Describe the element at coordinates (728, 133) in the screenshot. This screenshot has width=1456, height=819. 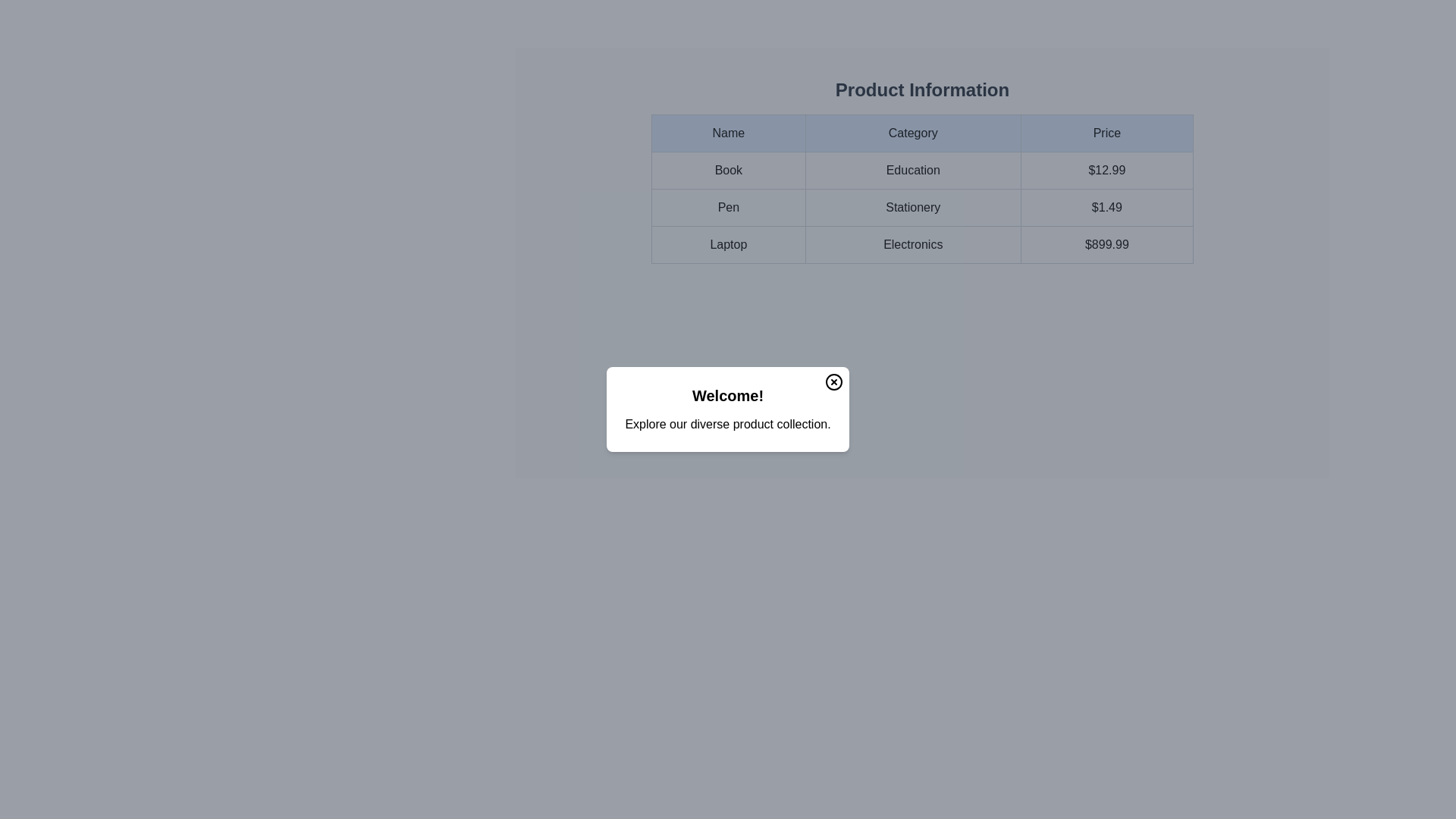
I see `text from the table header cell labeled 'Name', which is the first cell in the header row of the table with a gray border` at that location.